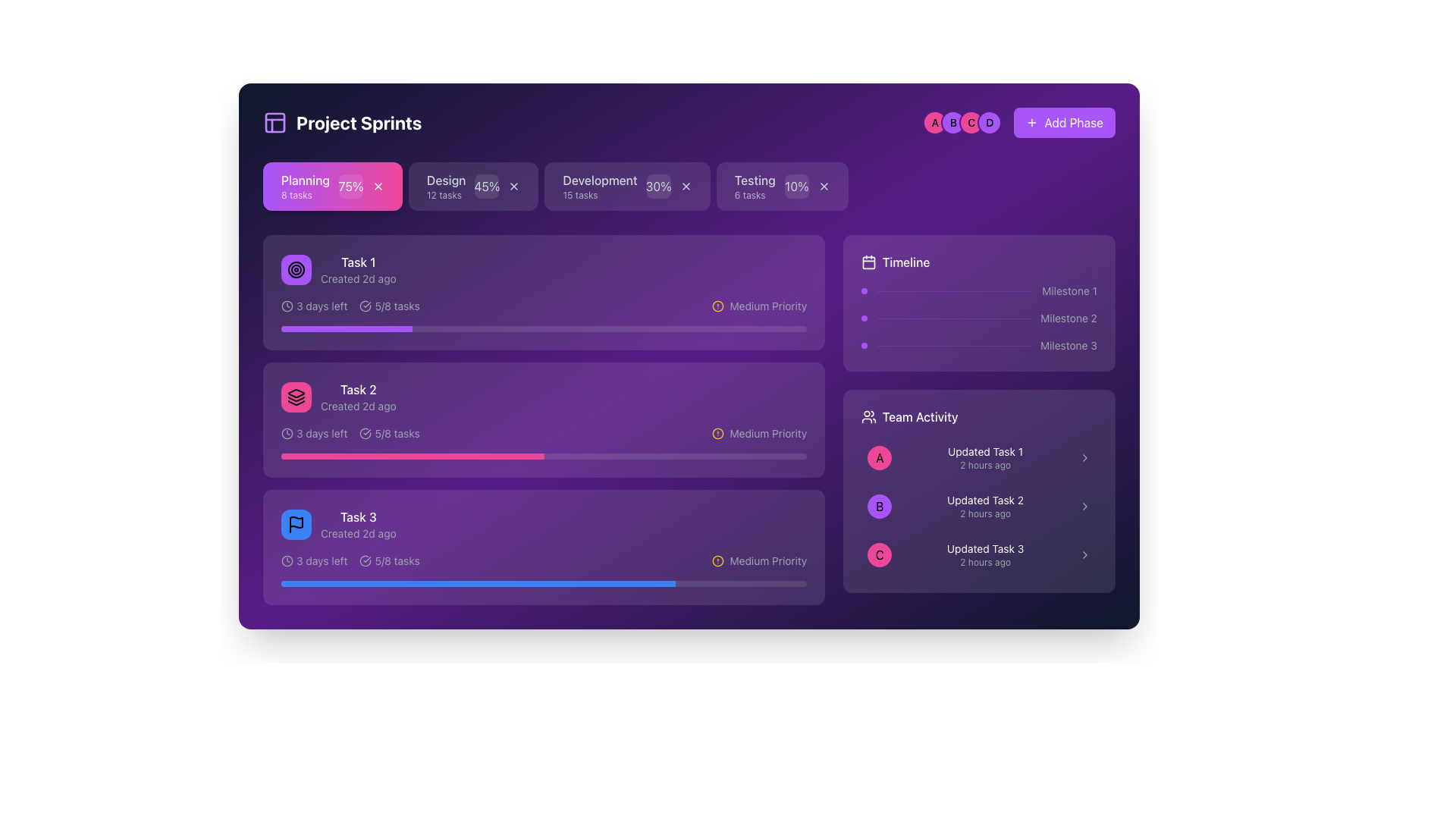  I want to click on the time-related icon that precedes the '3 days left' label in the information section of Task 3, so click(287, 561).